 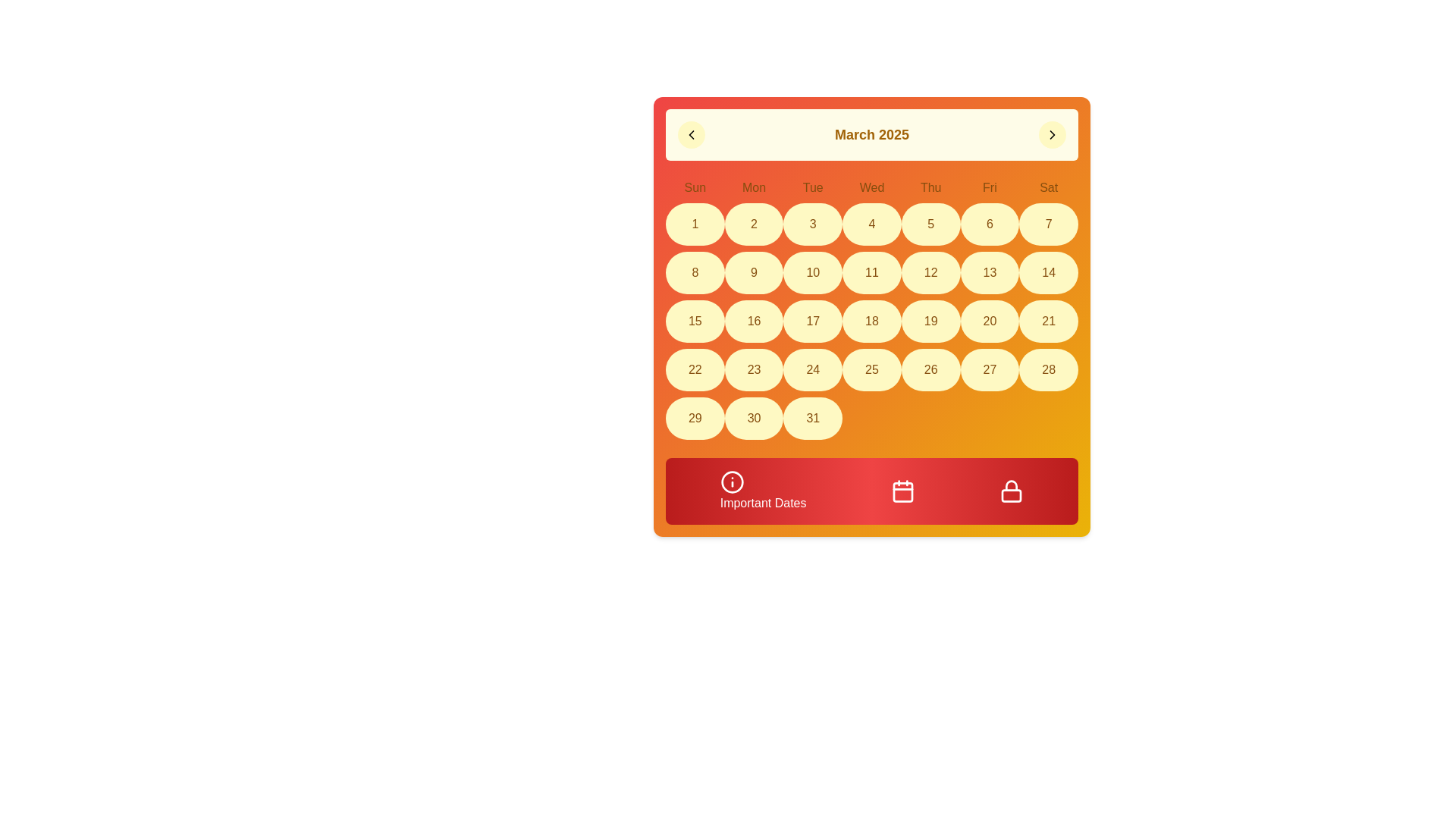 I want to click on the Text label indicating Wednesday in the weekly column headers of the calendar, located below the title 'March 2025', so click(x=872, y=187).